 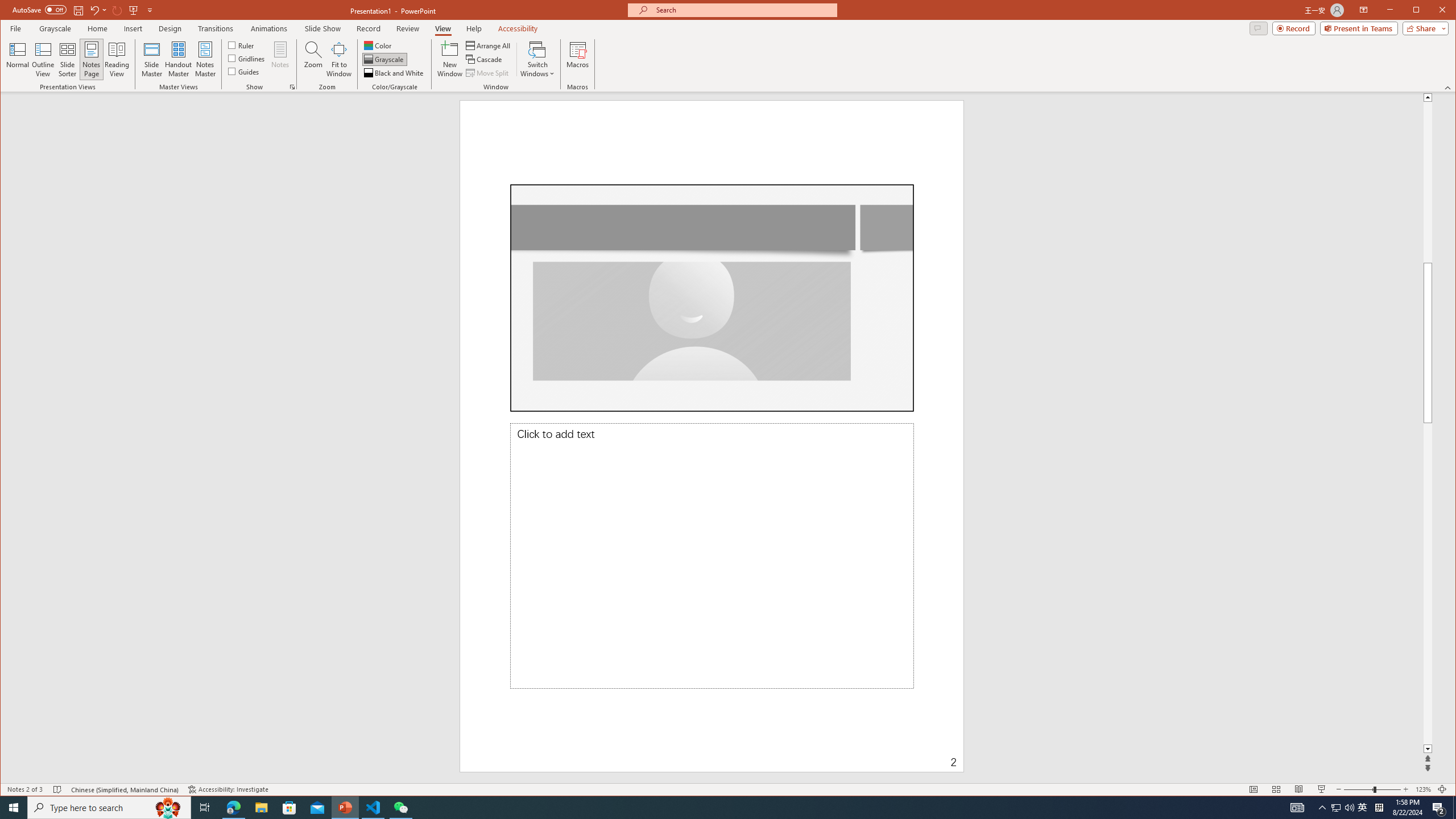 What do you see at coordinates (292, 87) in the screenshot?
I see `'Grid Settings...'` at bounding box center [292, 87].